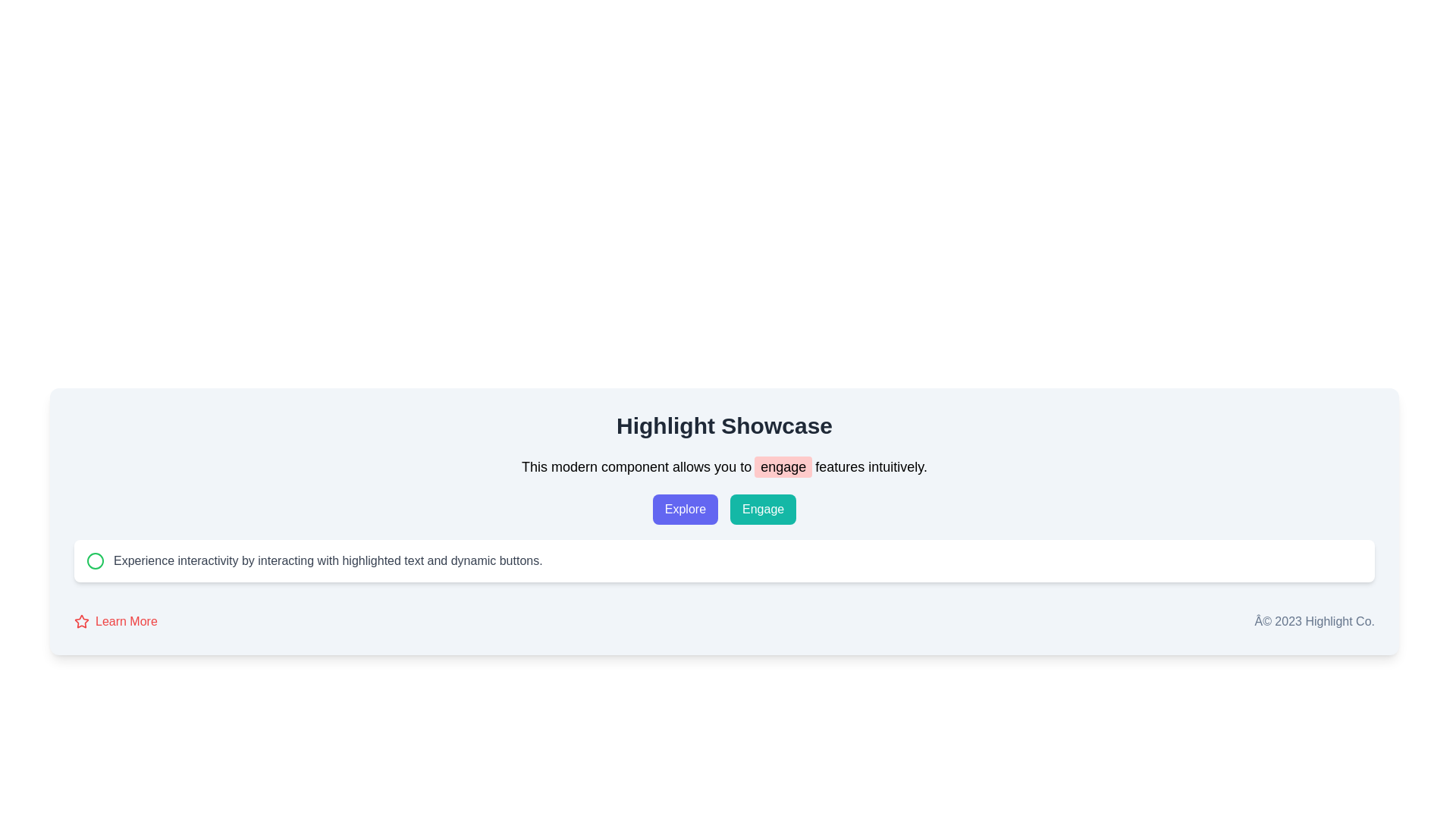 The width and height of the screenshot is (1456, 819). Describe the element at coordinates (684, 509) in the screenshot. I see `the 'Explore' button with a purple background and white text` at that location.